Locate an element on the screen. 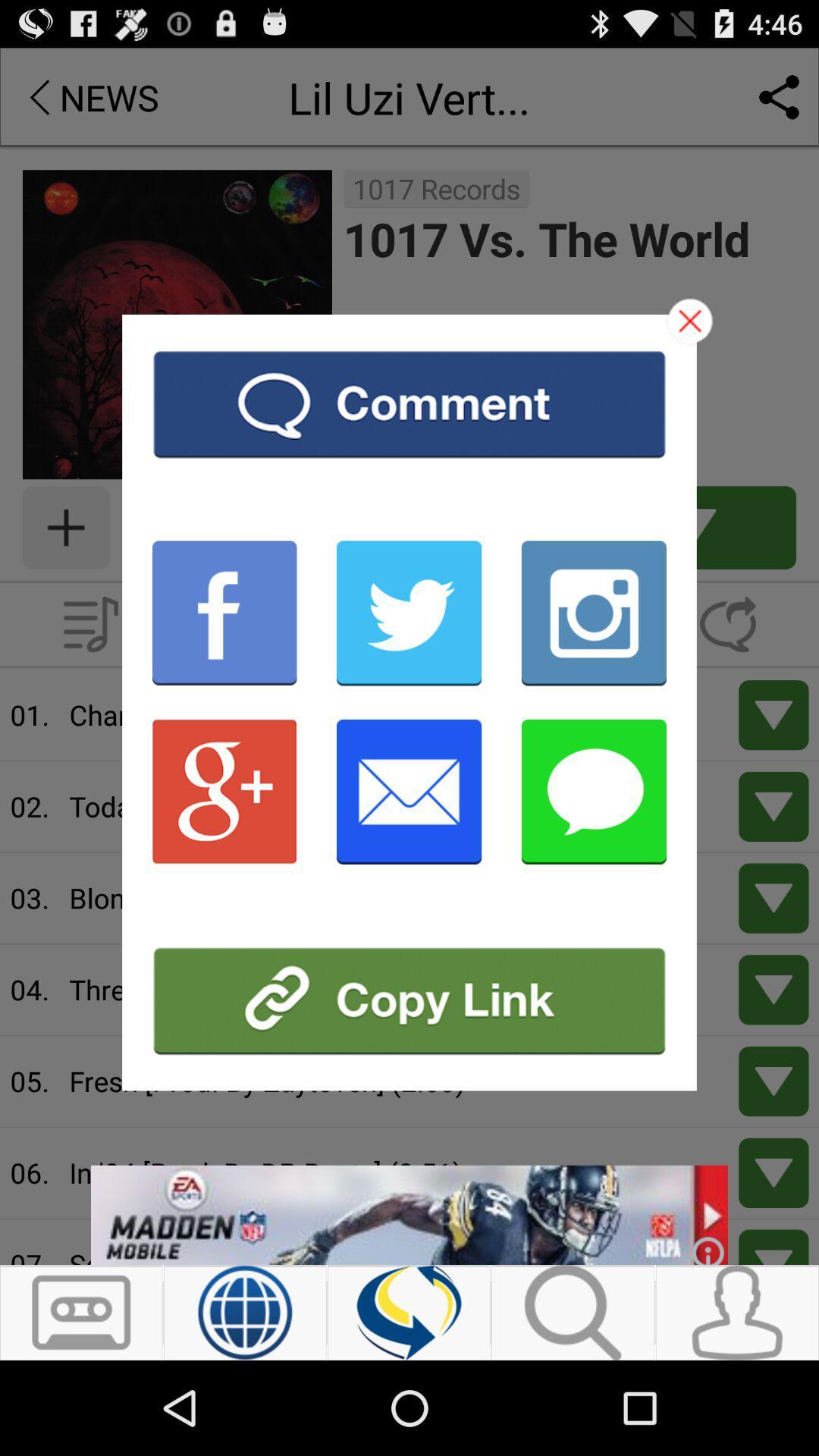 The image size is (819, 1456). social media g+ is located at coordinates (224, 790).